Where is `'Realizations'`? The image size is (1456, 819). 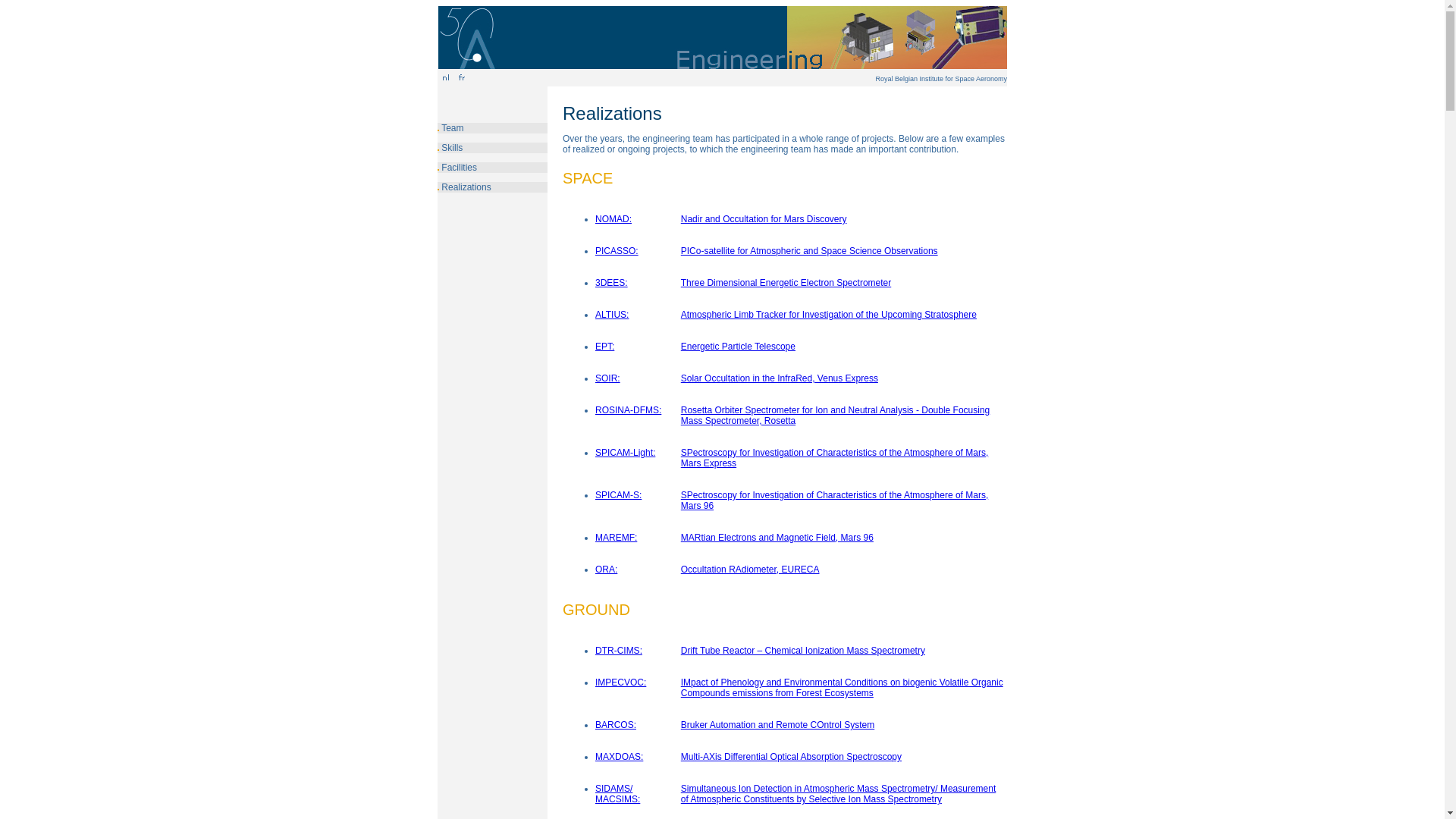 'Realizations' is located at coordinates (464, 186).